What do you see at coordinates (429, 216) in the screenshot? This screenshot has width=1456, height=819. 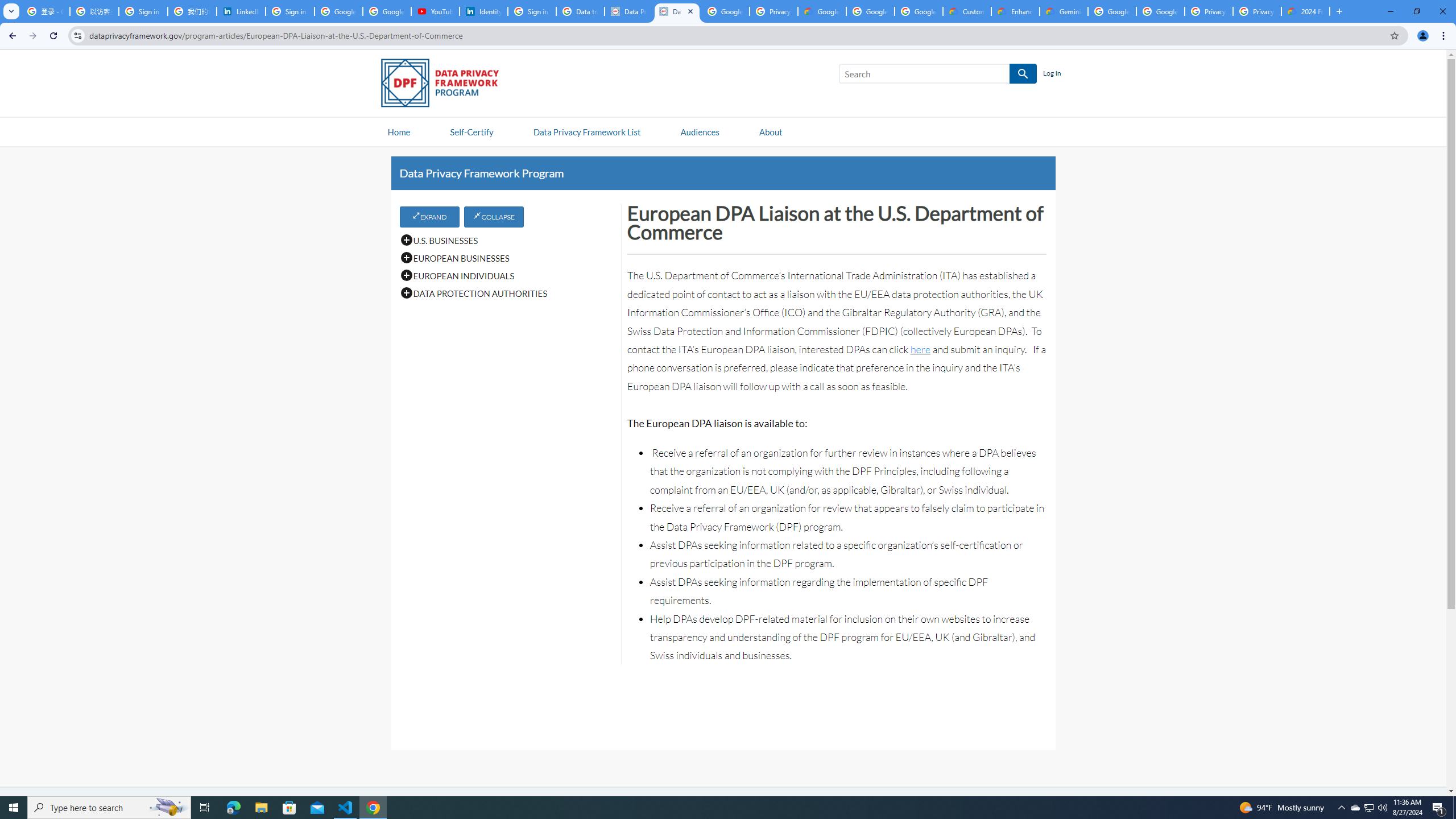 I see `'EXPAND'` at bounding box center [429, 216].